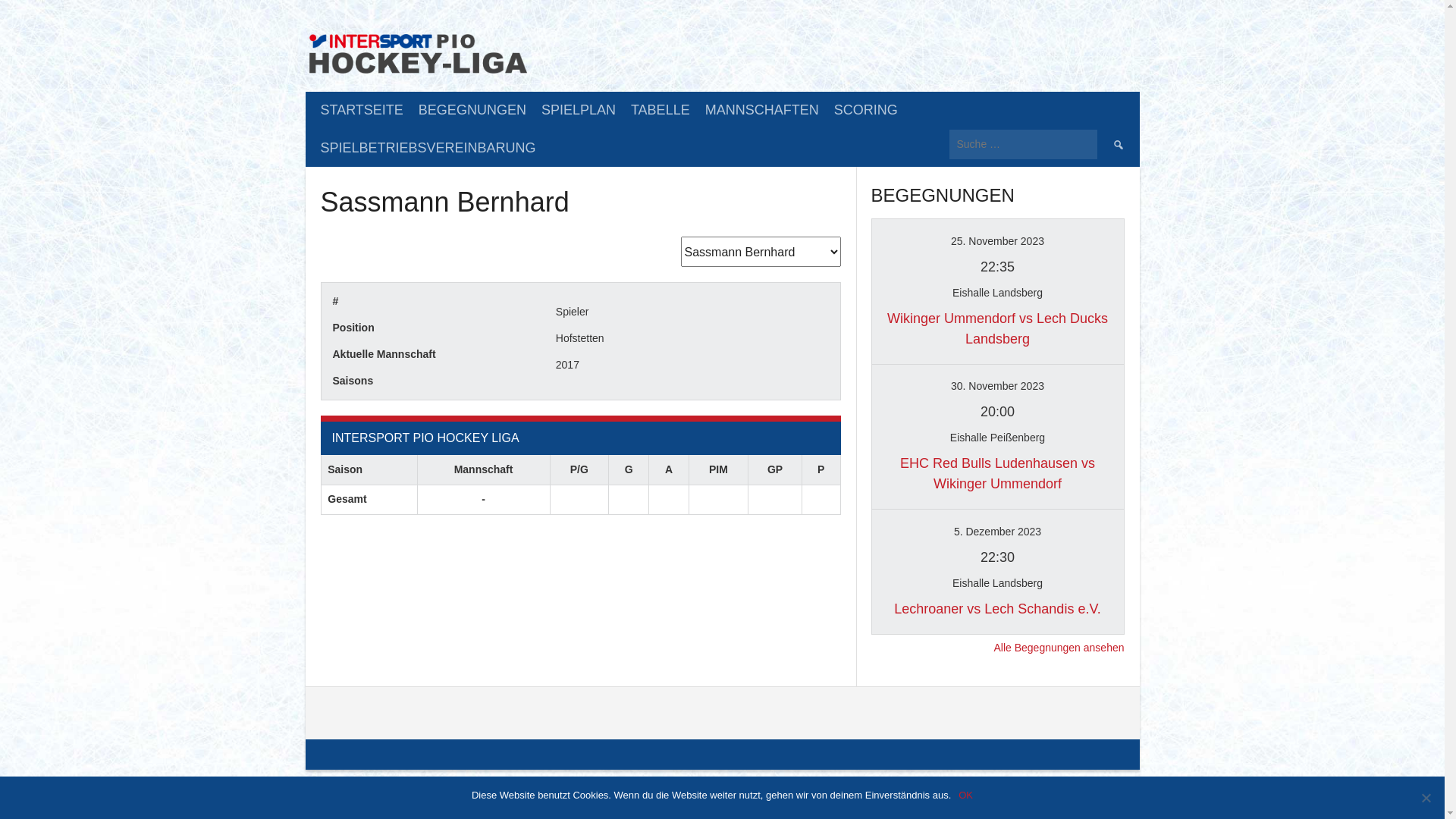 This screenshot has height=819, width=1456. What do you see at coordinates (360, 110) in the screenshot?
I see `'STARTSEITE'` at bounding box center [360, 110].